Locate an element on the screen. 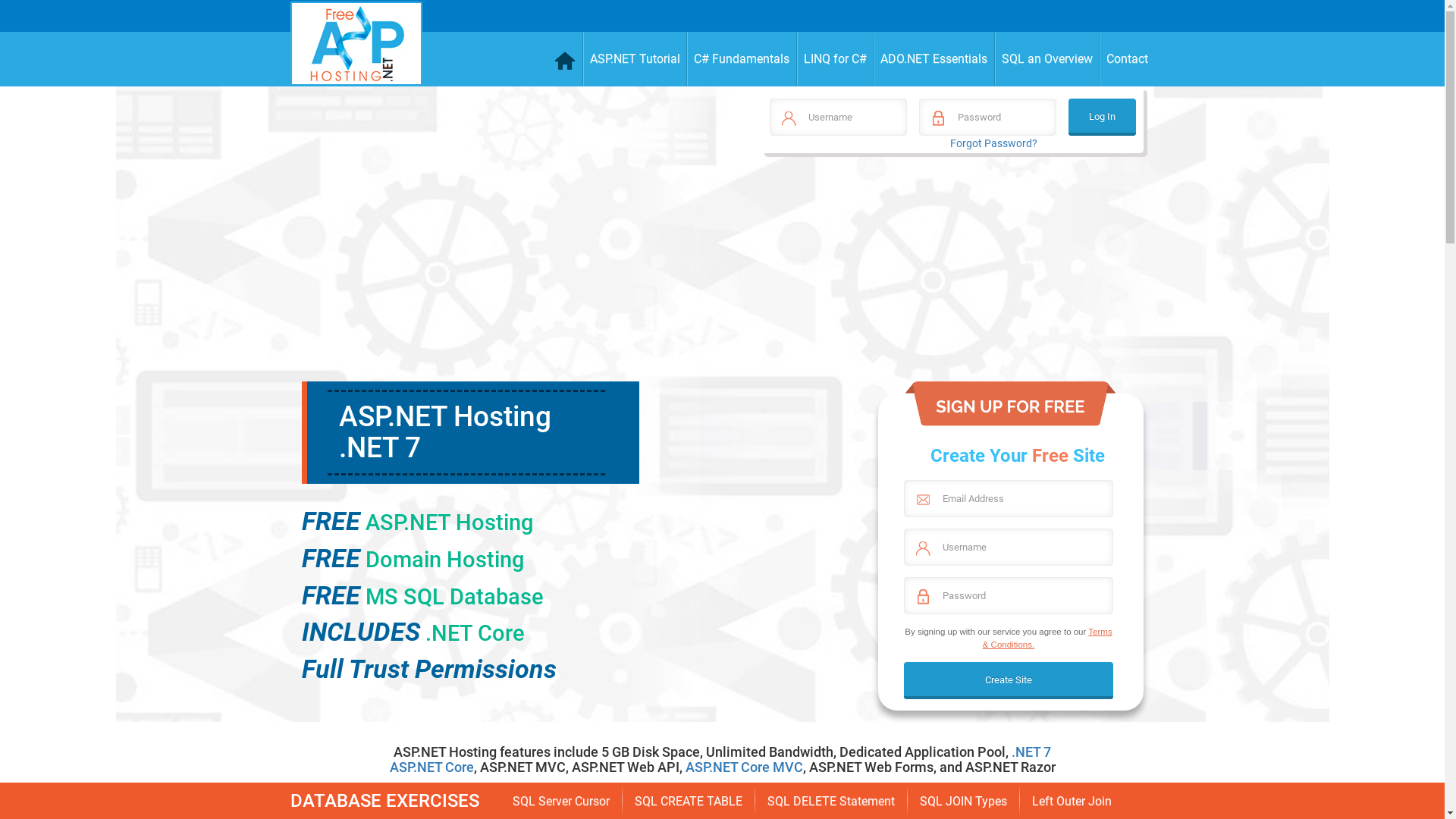  'ASP.NET Hosting .NET 7' is located at coordinates (443, 432).